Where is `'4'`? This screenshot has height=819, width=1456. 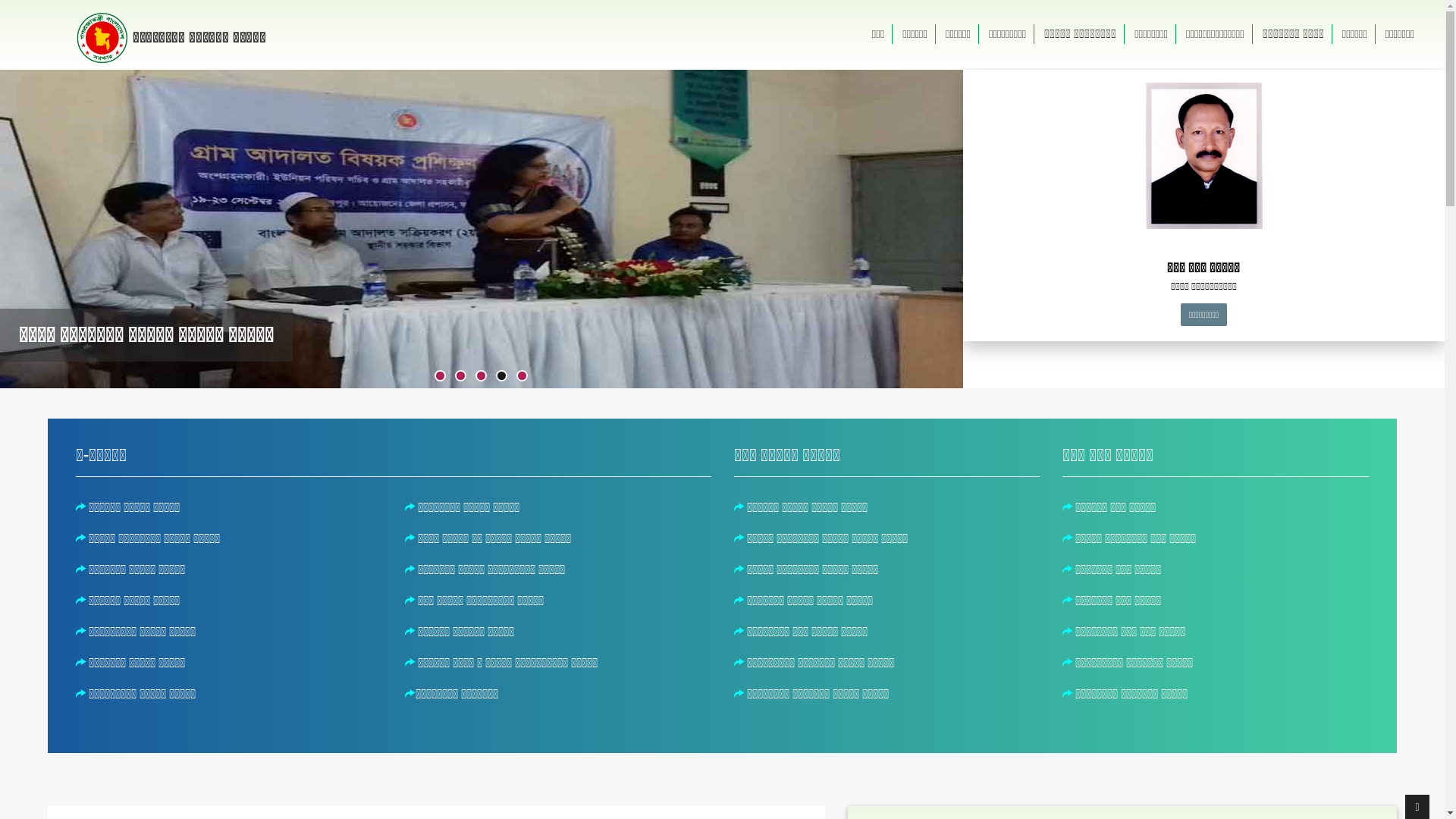
'4' is located at coordinates (501, 375).